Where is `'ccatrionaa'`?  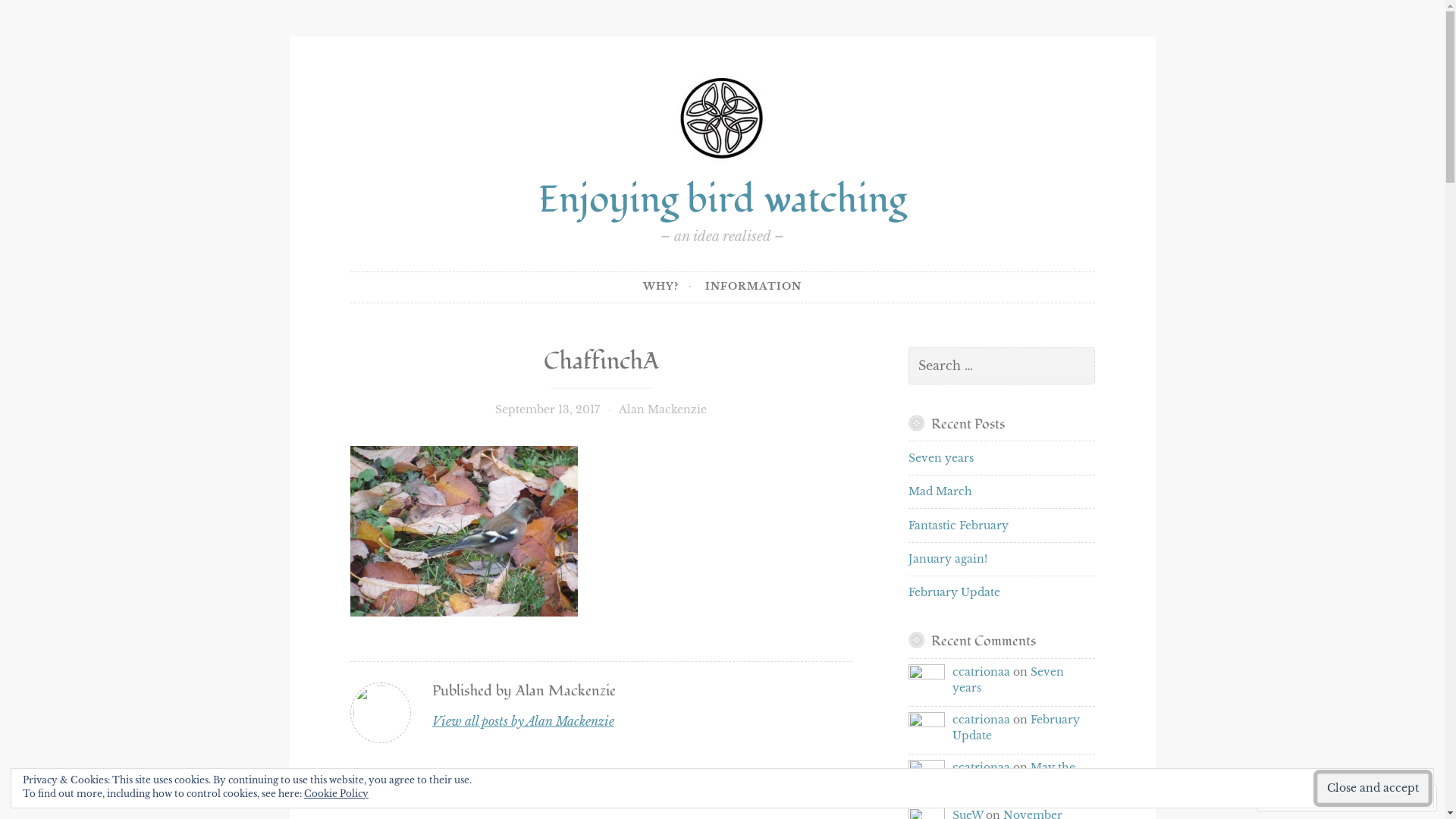
'ccatrionaa' is located at coordinates (908, 681).